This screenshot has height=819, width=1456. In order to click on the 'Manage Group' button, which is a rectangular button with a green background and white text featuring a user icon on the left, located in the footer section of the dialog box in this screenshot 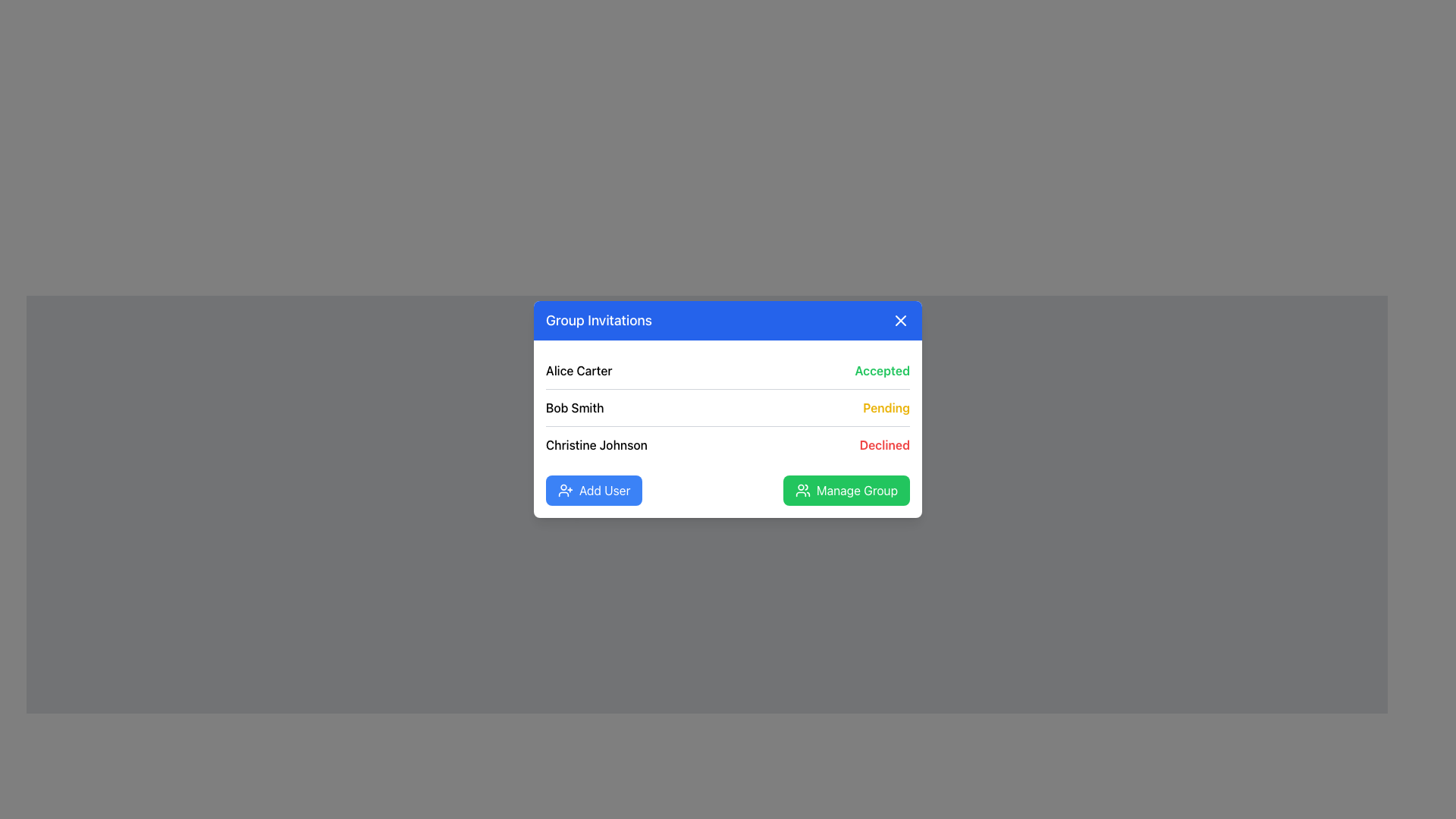, I will do `click(846, 491)`.